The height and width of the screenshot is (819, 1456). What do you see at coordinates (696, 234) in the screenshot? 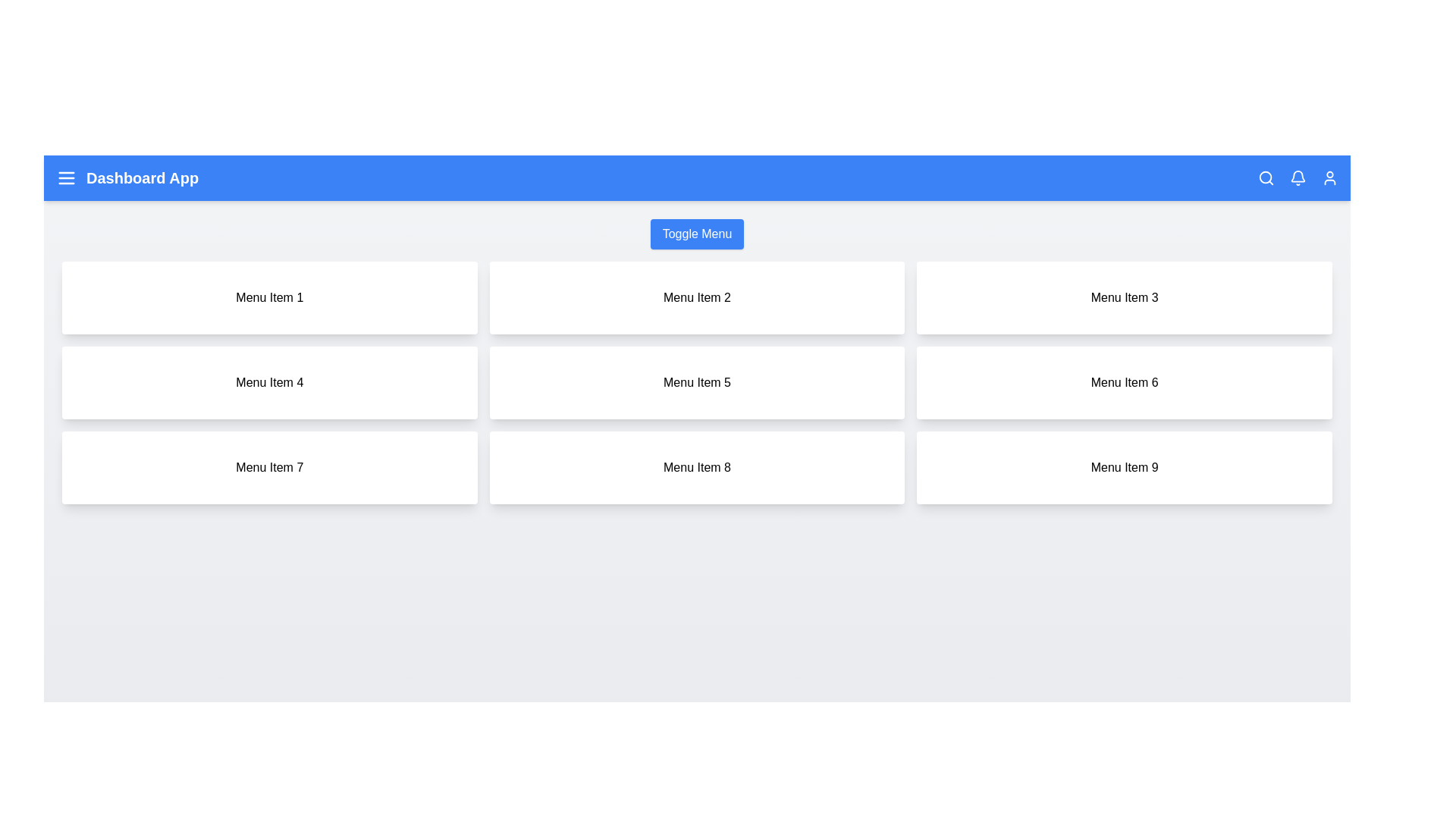
I see `the 'Toggle Menu' button to toggle the visibility of the menu grid` at bounding box center [696, 234].